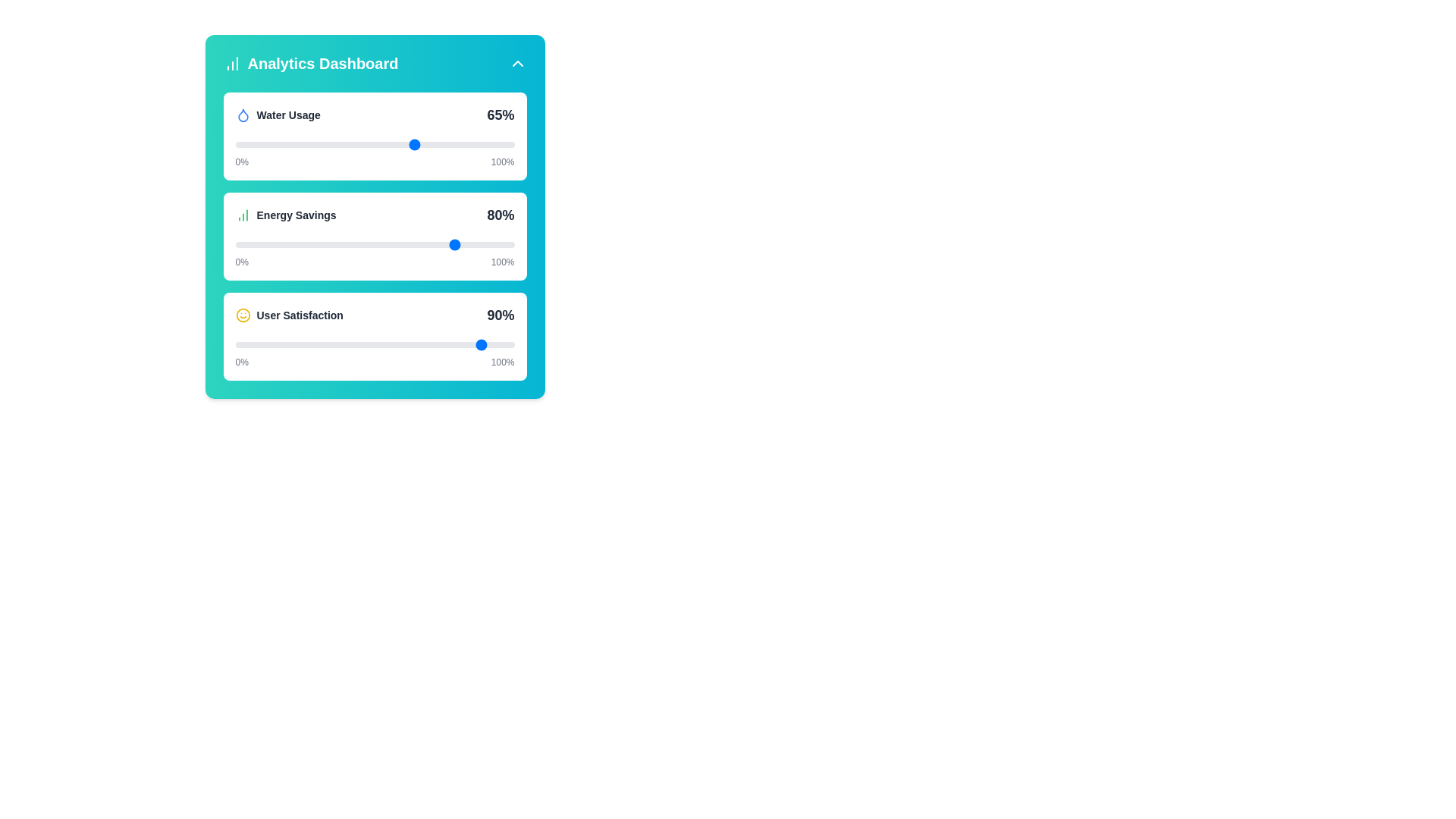 Image resolution: width=1456 pixels, height=819 pixels. I want to click on the static text label indicating the maximum value of the progress bar in the 'Water Usage' section of the 'Analytics Dashboard', located to the right of the '0%' label, so click(503, 162).